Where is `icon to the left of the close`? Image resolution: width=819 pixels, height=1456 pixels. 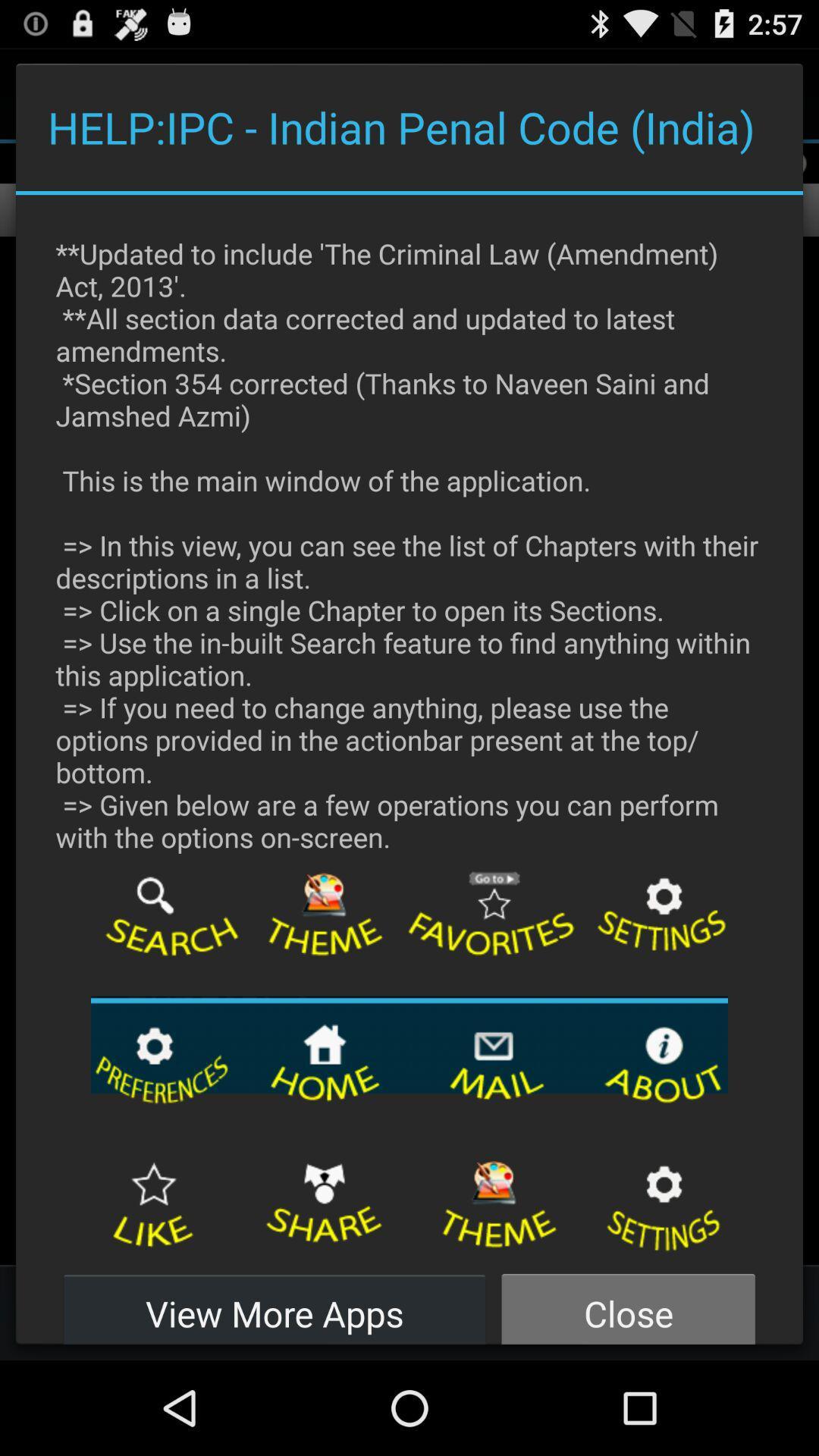 icon to the left of the close is located at coordinates (275, 1304).